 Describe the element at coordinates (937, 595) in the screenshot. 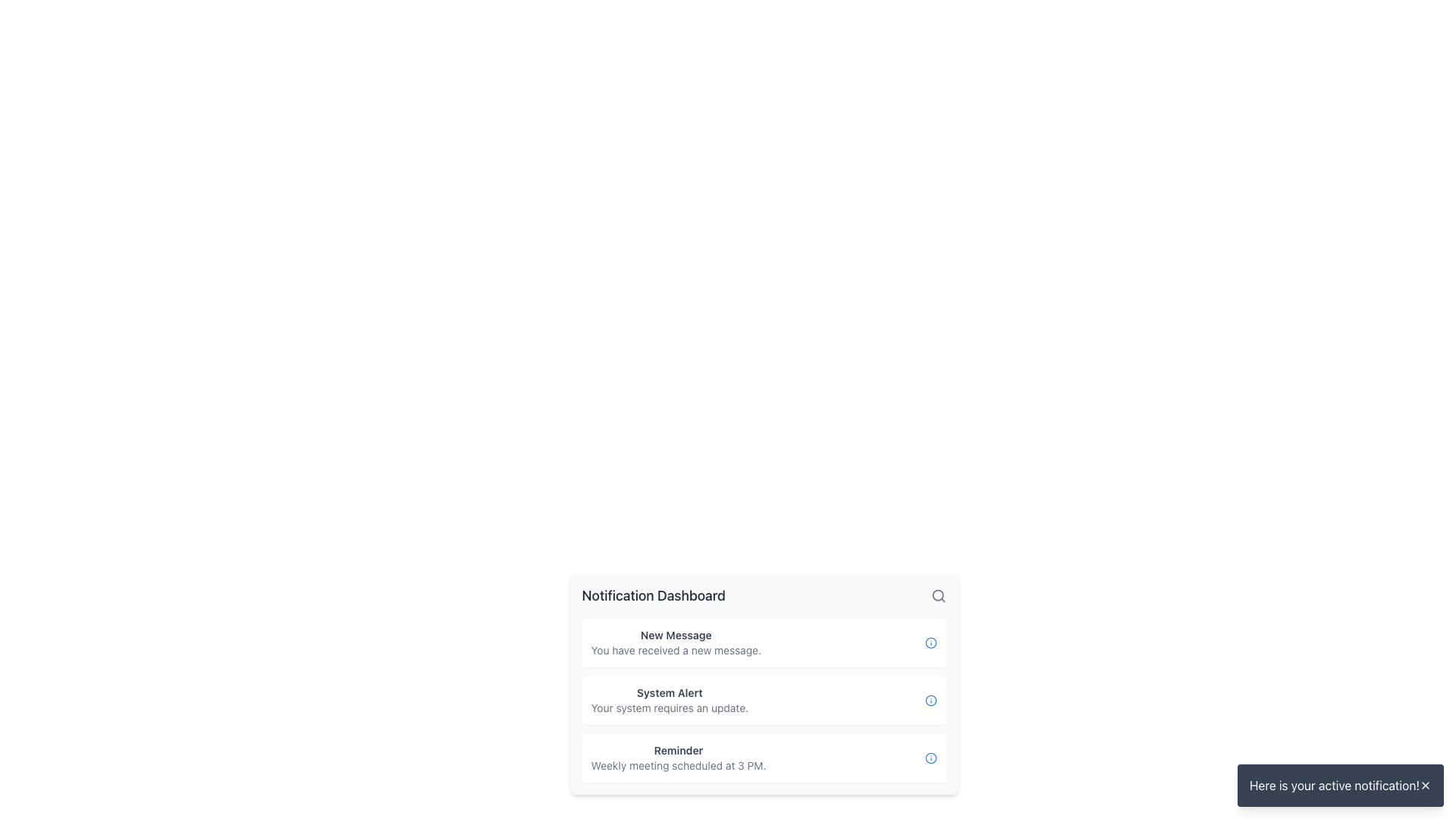

I see `the magnifying glass icon component located at the top-right corner of the Notification Dashboard header, which is part of the search functionality` at that location.